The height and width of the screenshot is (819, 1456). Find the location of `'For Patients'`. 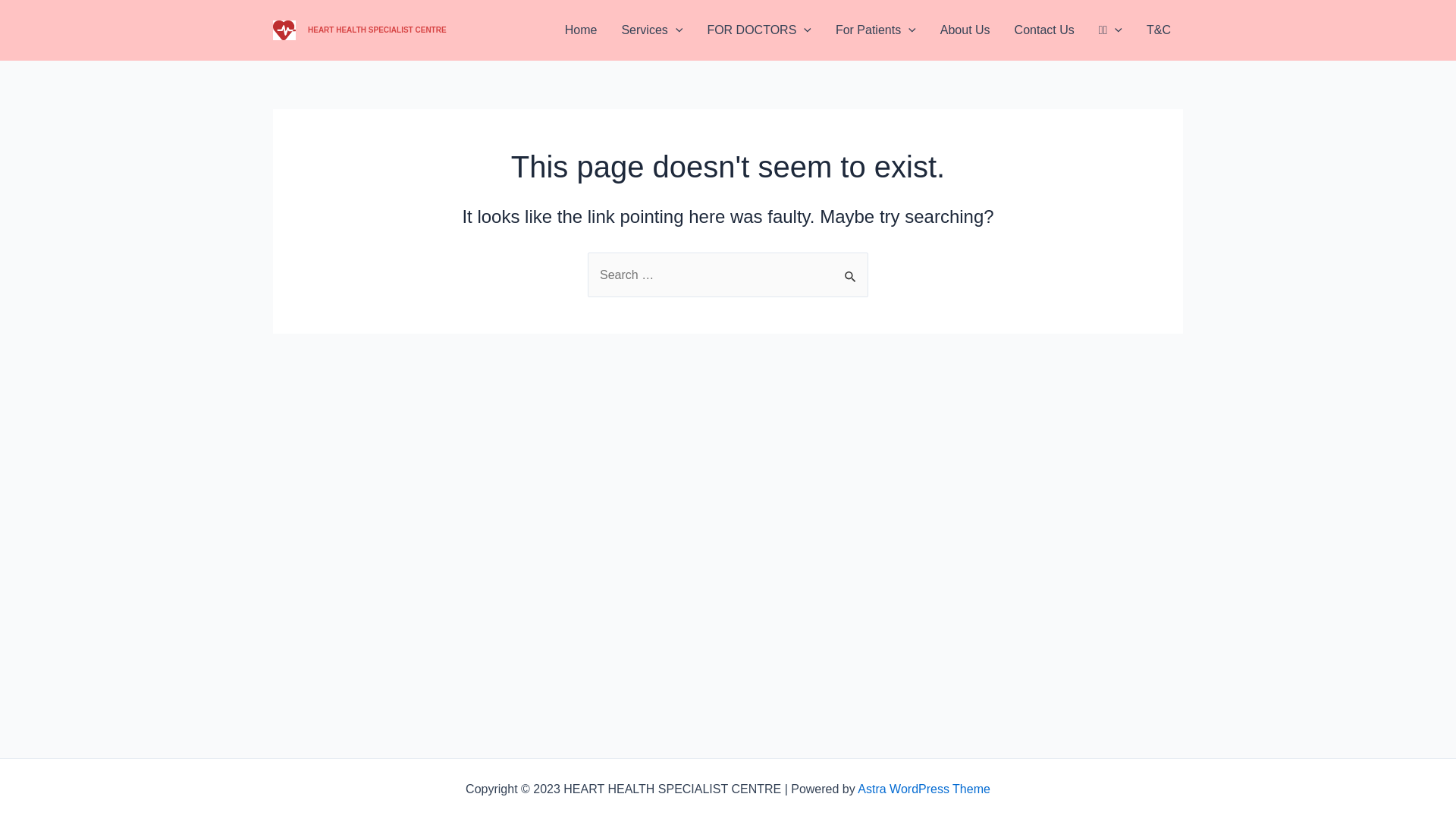

'For Patients' is located at coordinates (876, 30).